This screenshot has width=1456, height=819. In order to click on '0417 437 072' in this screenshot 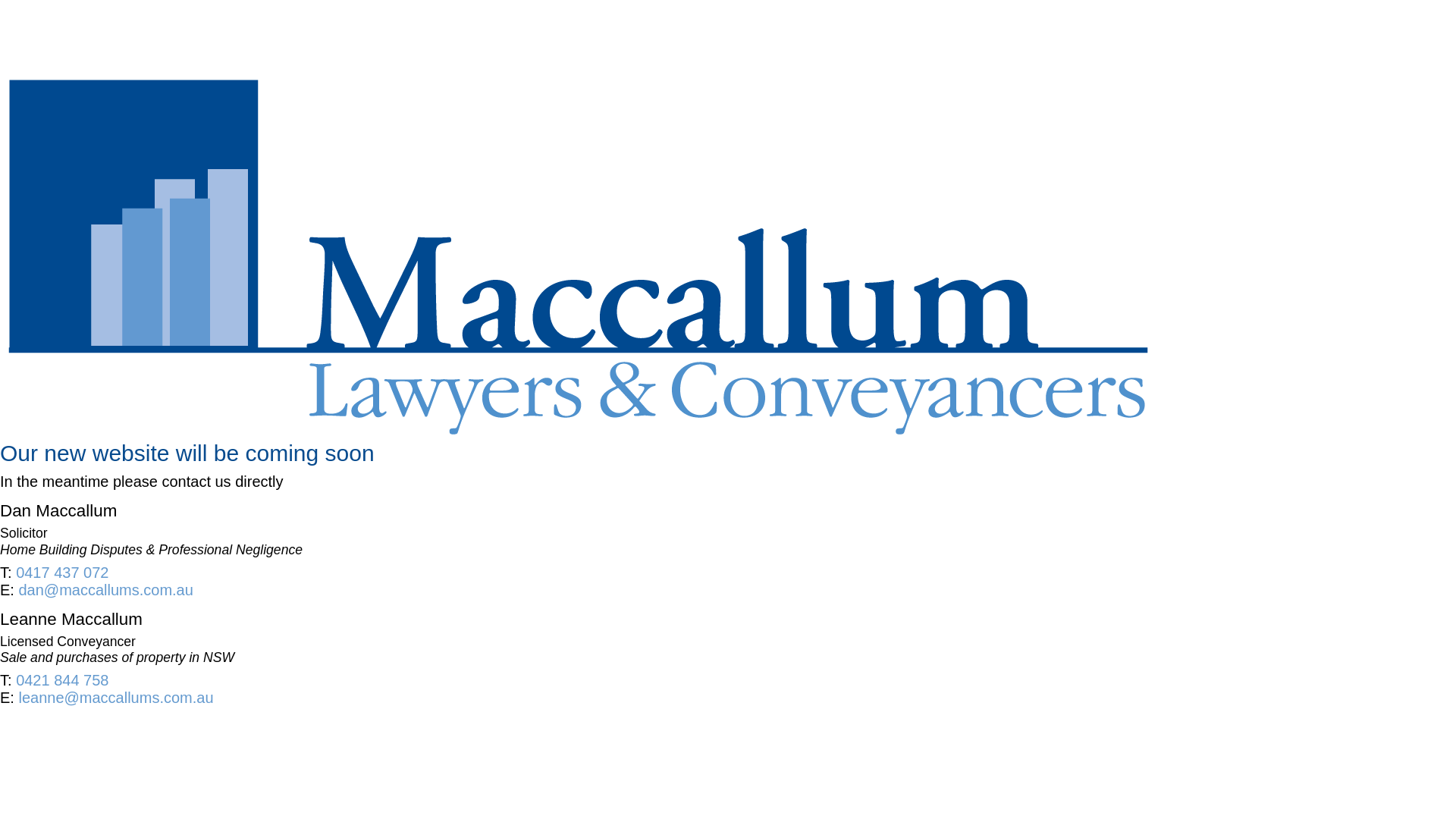, I will do `click(61, 573)`.